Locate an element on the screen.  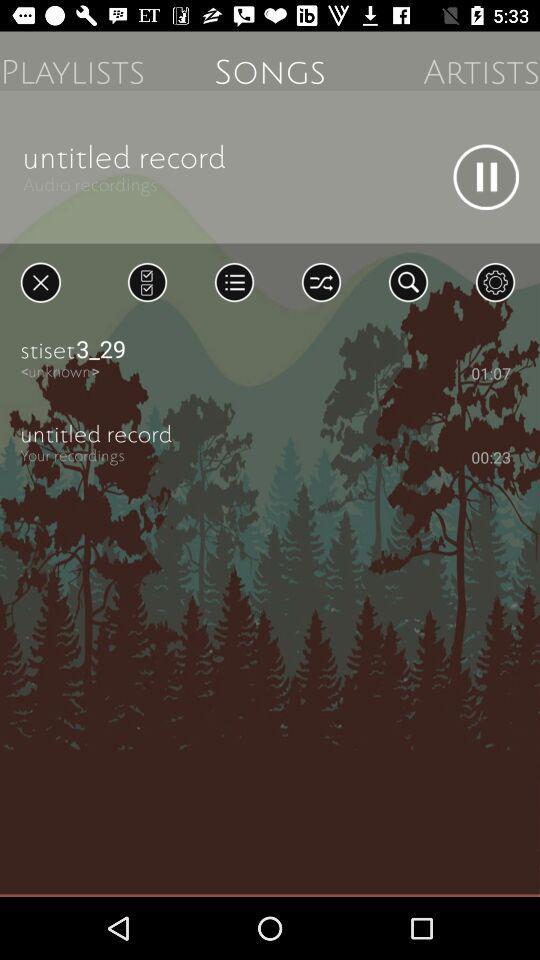
message button is located at coordinates (146, 281).